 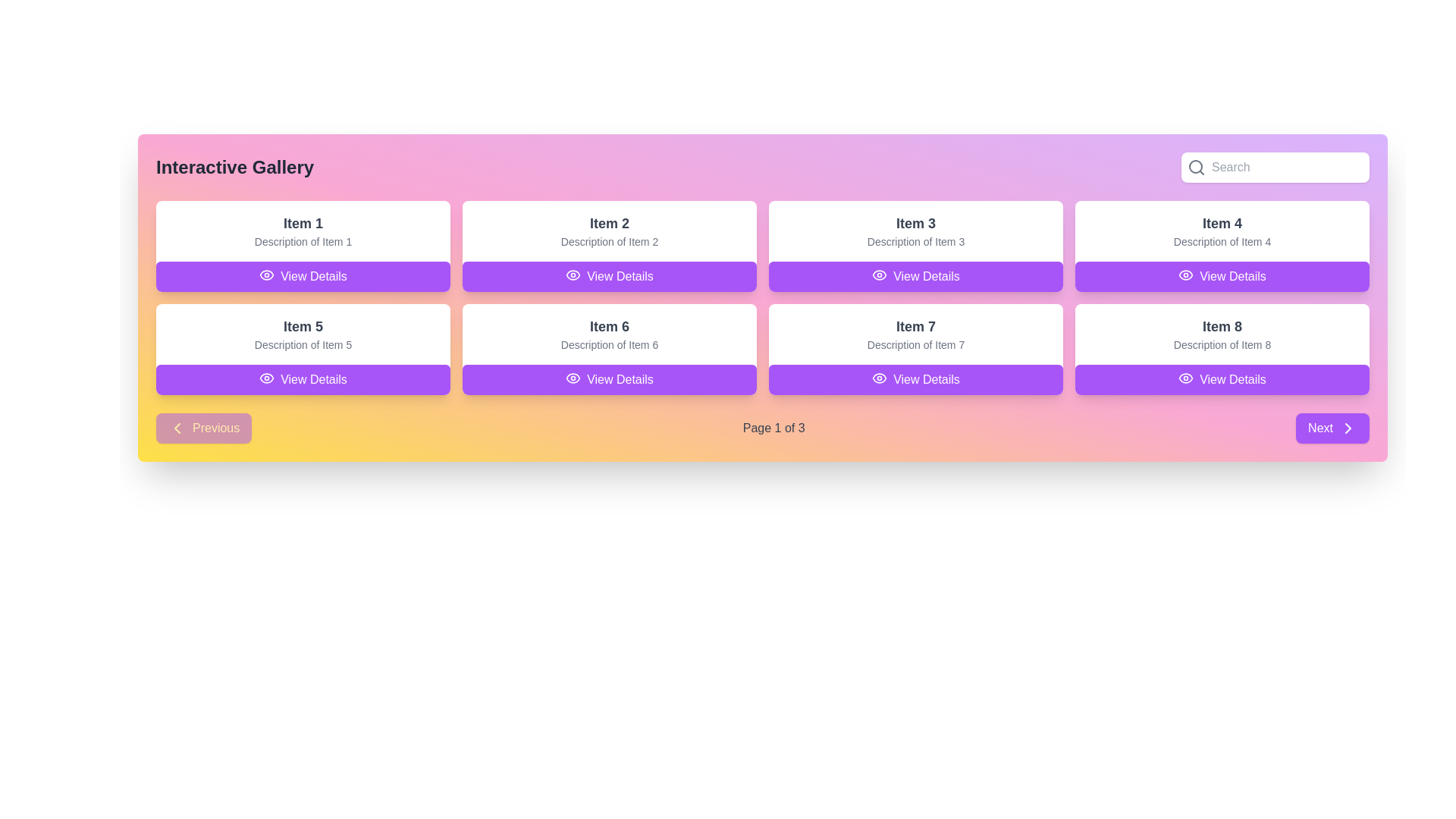 I want to click on the 'View Details' icon for the first item in the grid layout, which visually indicates that the button is associated with viewing more details, so click(x=267, y=377).